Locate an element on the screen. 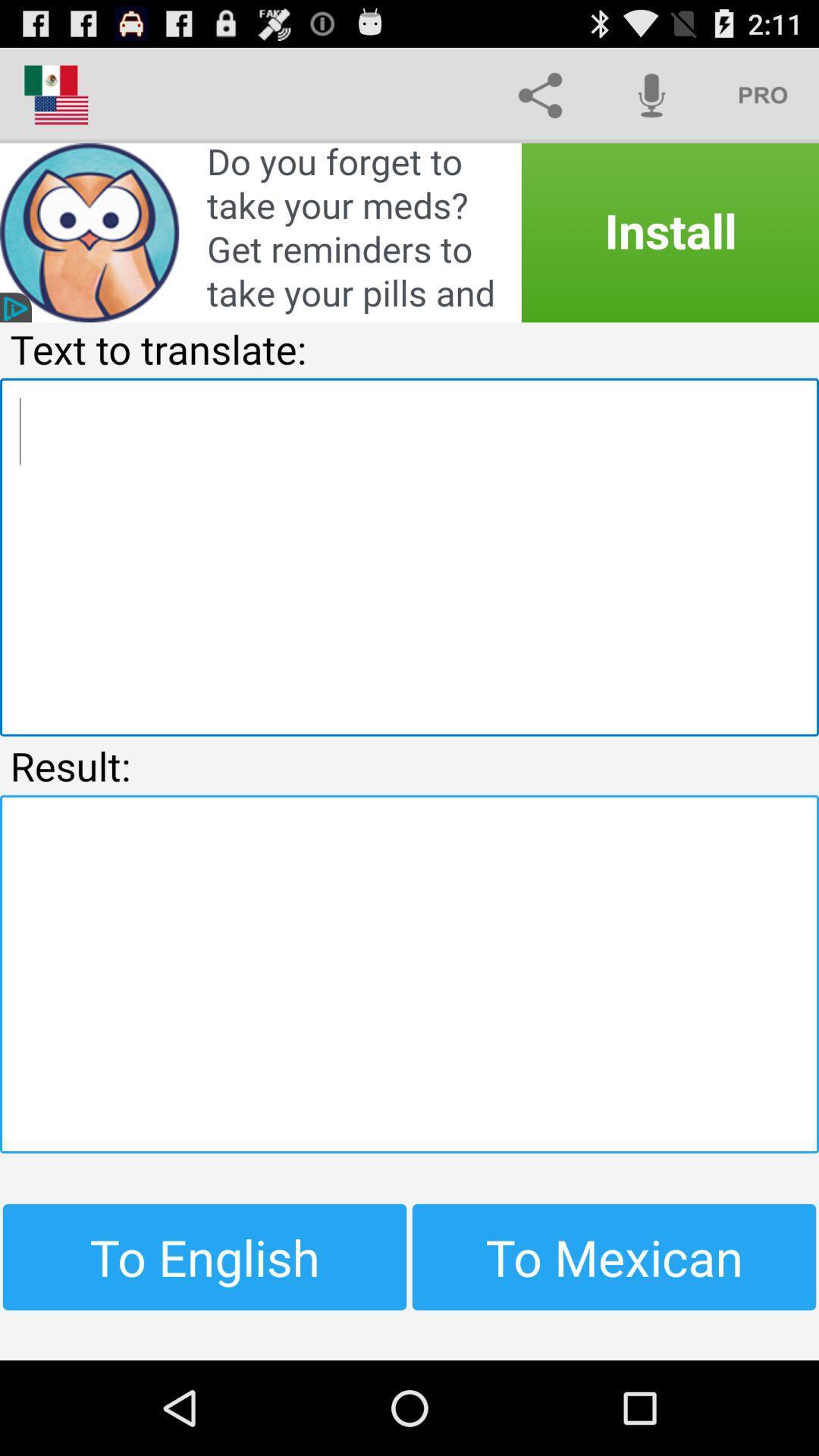 This screenshot has height=1456, width=819. type the result is located at coordinates (409, 974).